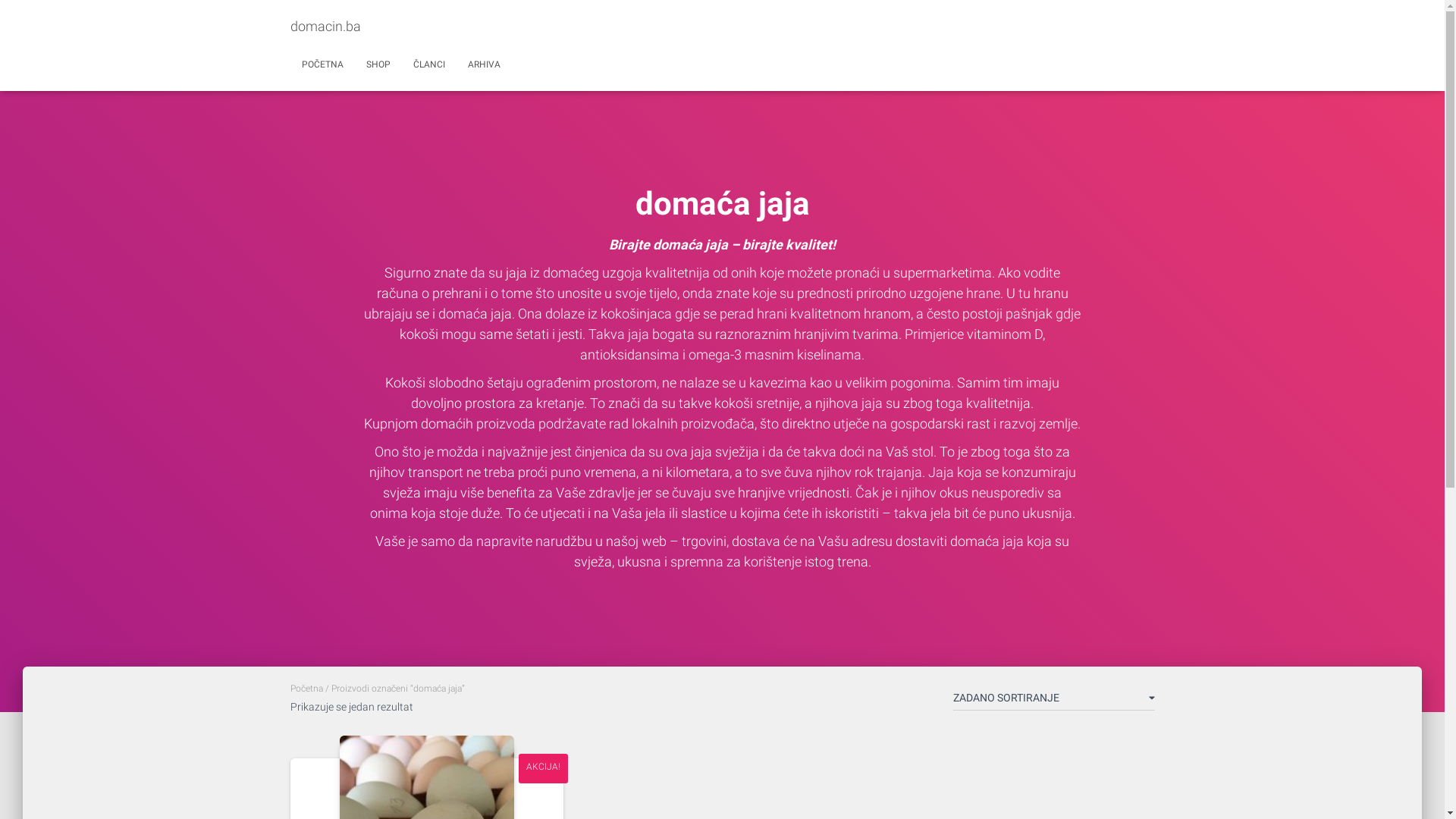 The image size is (1456, 819). I want to click on 'ARHIVA', so click(455, 63).